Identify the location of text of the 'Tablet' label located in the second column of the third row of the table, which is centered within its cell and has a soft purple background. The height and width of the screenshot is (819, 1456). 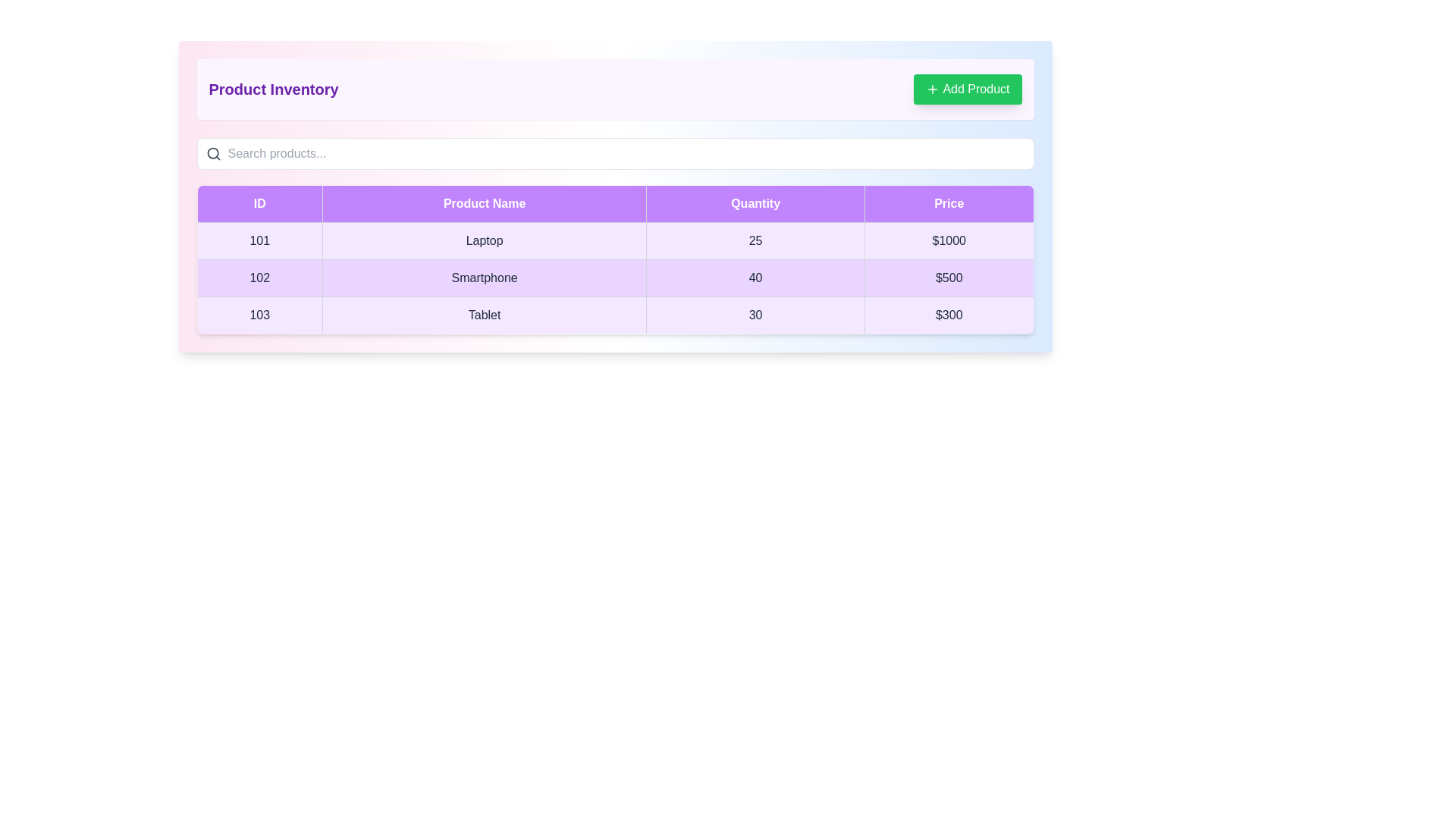
(484, 315).